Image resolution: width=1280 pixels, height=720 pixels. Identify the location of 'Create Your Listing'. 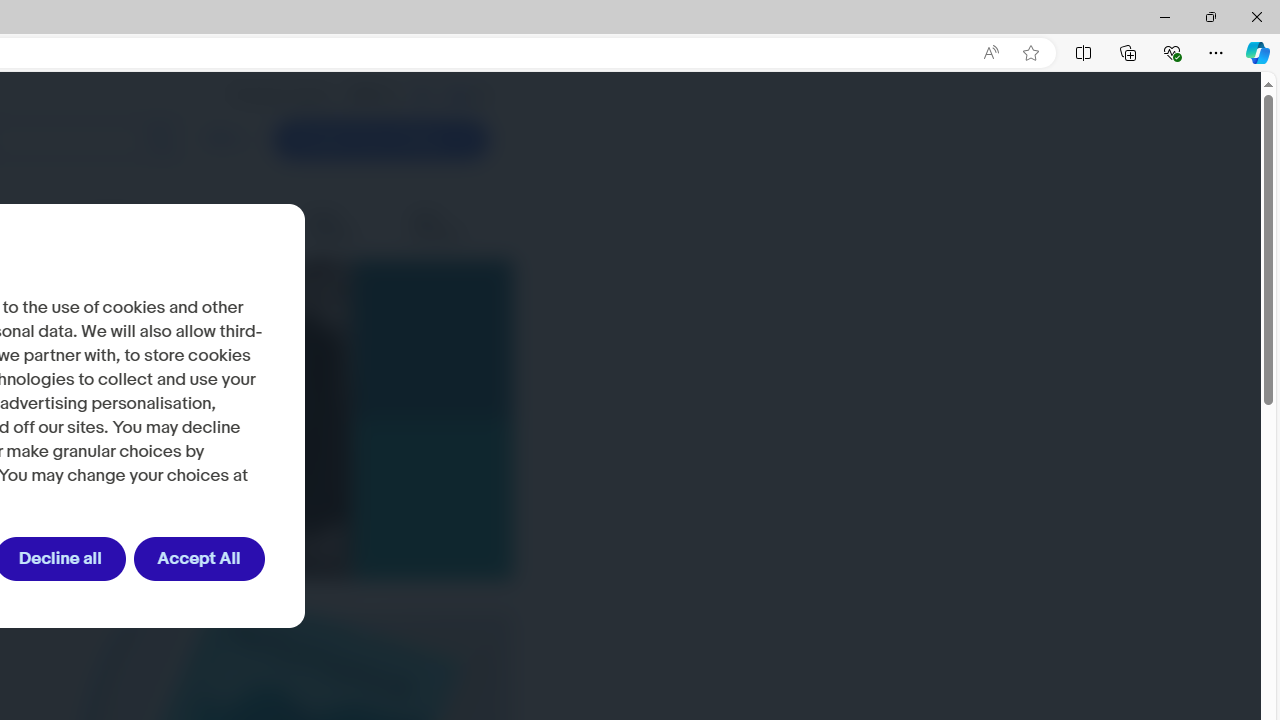
(381, 139).